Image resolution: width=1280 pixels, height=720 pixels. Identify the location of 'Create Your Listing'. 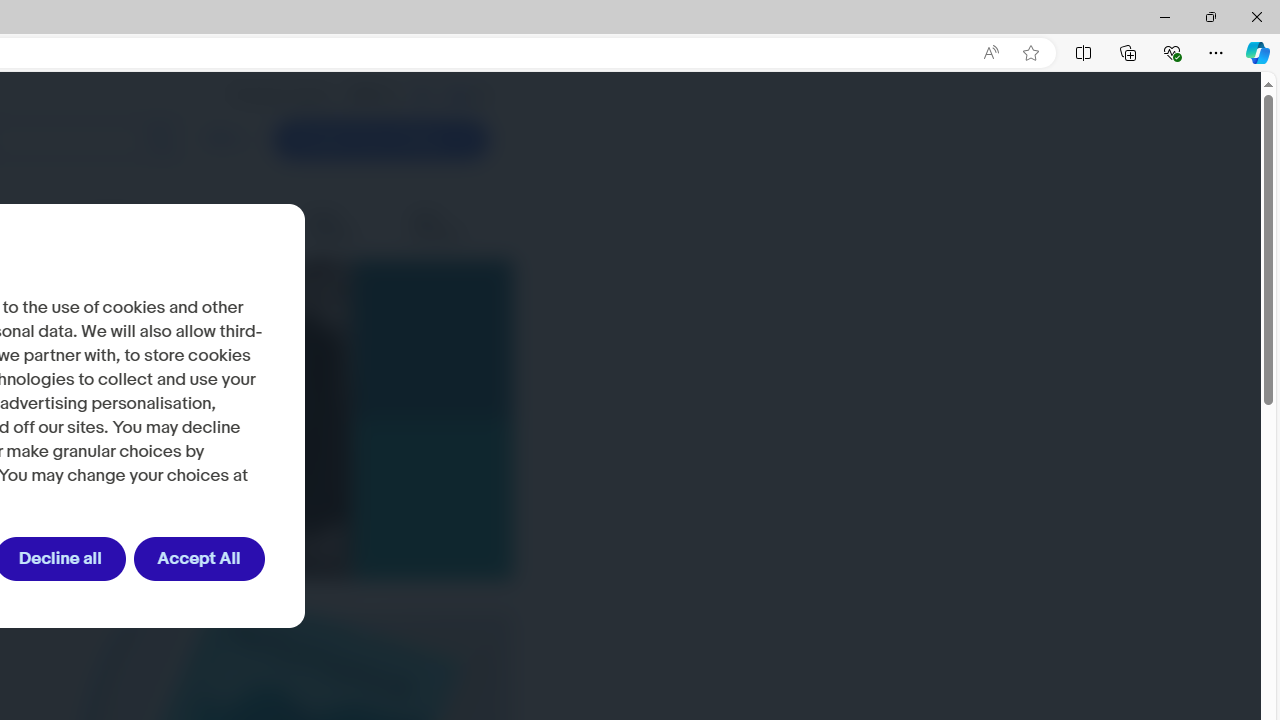
(381, 139).